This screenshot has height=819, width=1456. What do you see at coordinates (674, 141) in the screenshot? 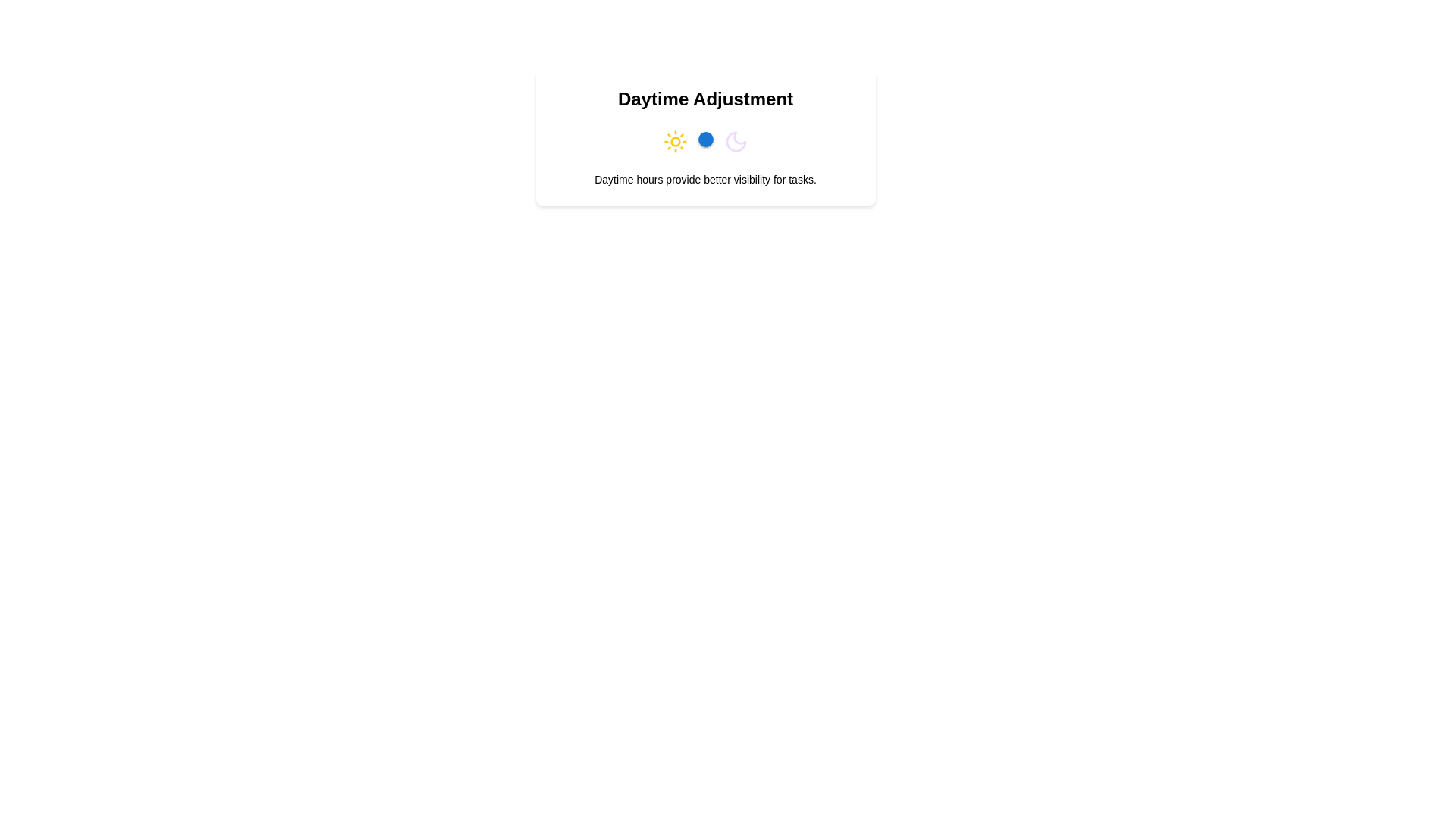
I see `the leftmost icon representing daylight mode under the 'Daytime Adjustment' text` at bounding box center [674, 141].